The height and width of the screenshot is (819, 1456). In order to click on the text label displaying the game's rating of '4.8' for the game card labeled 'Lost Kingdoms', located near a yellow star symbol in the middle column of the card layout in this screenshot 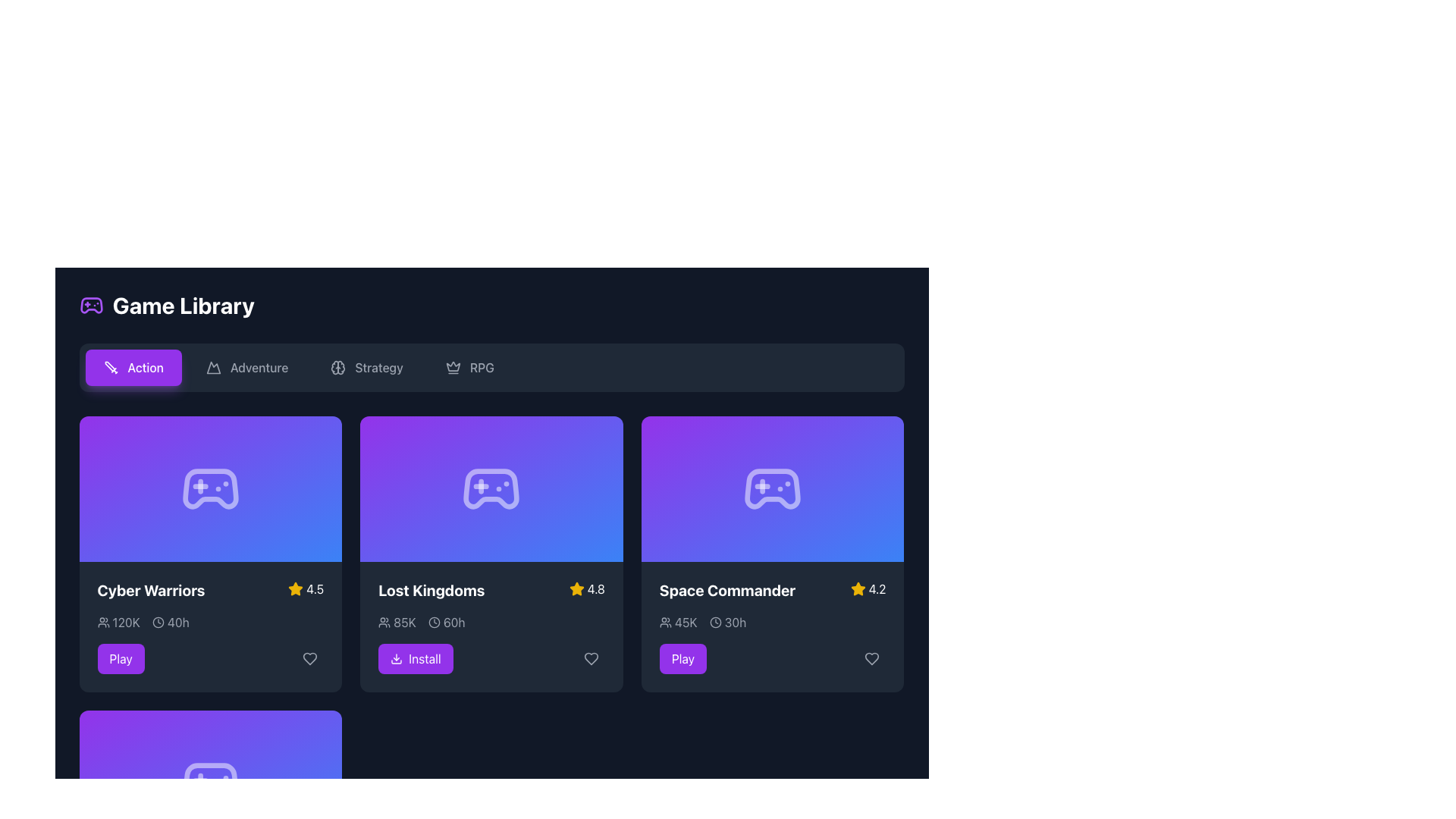, I will do `click(595, 588)`.